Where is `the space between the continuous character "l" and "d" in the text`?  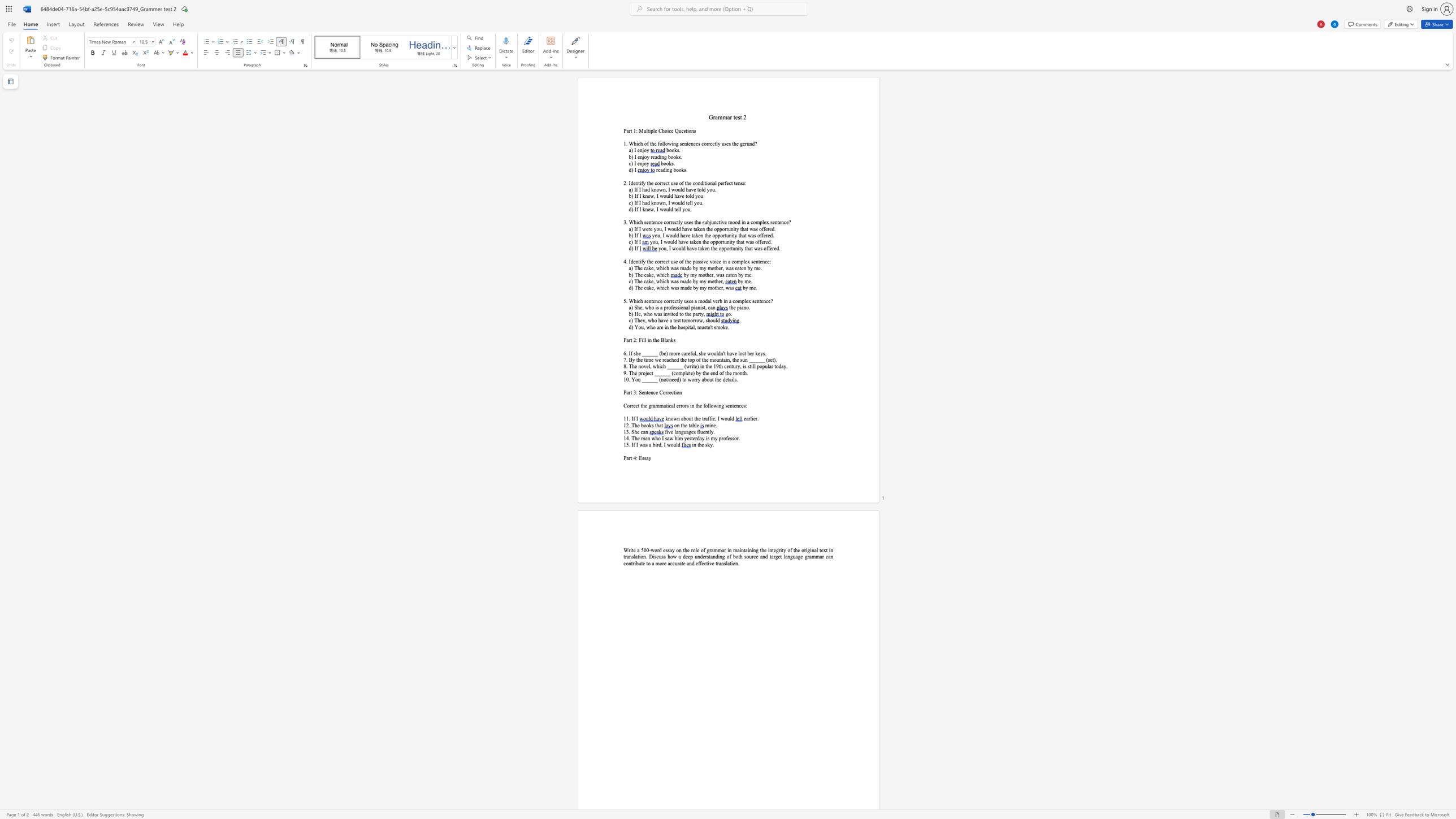 the space between the continuous character "l" and "d" in the text is located at coordinates (678, 444).